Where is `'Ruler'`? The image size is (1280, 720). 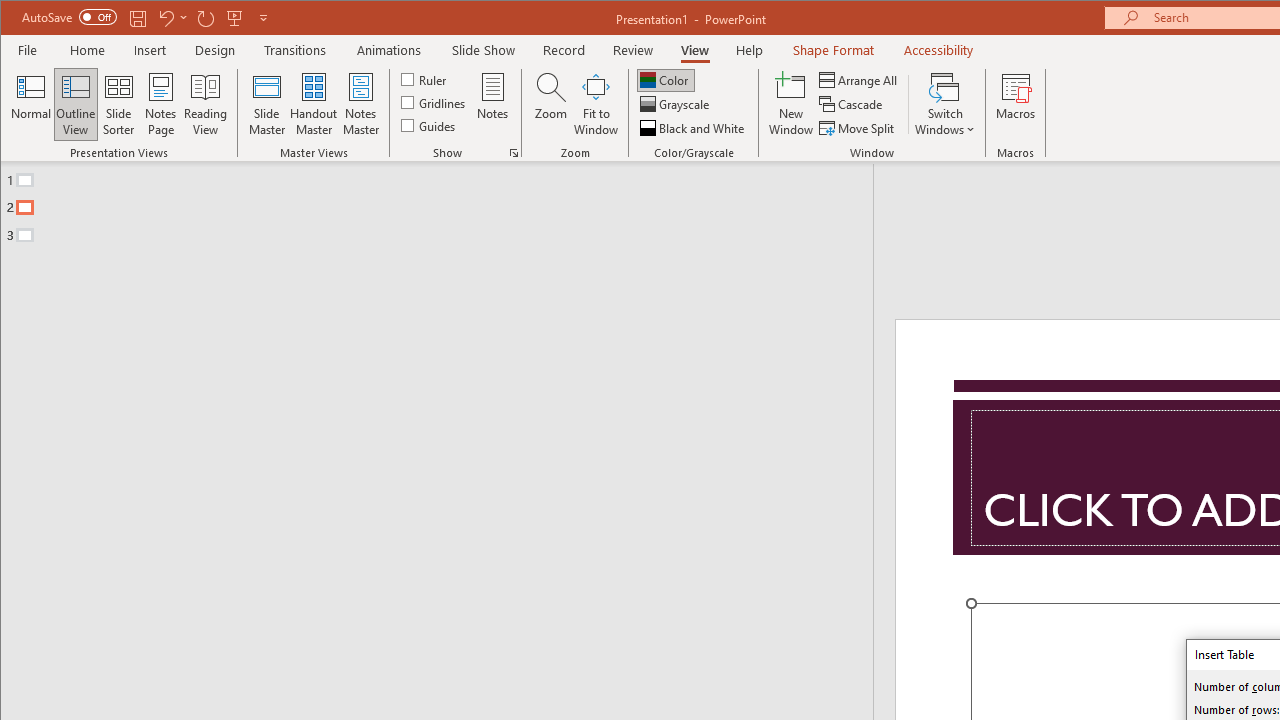 'Ruler' is located at coordinates (424, 78).